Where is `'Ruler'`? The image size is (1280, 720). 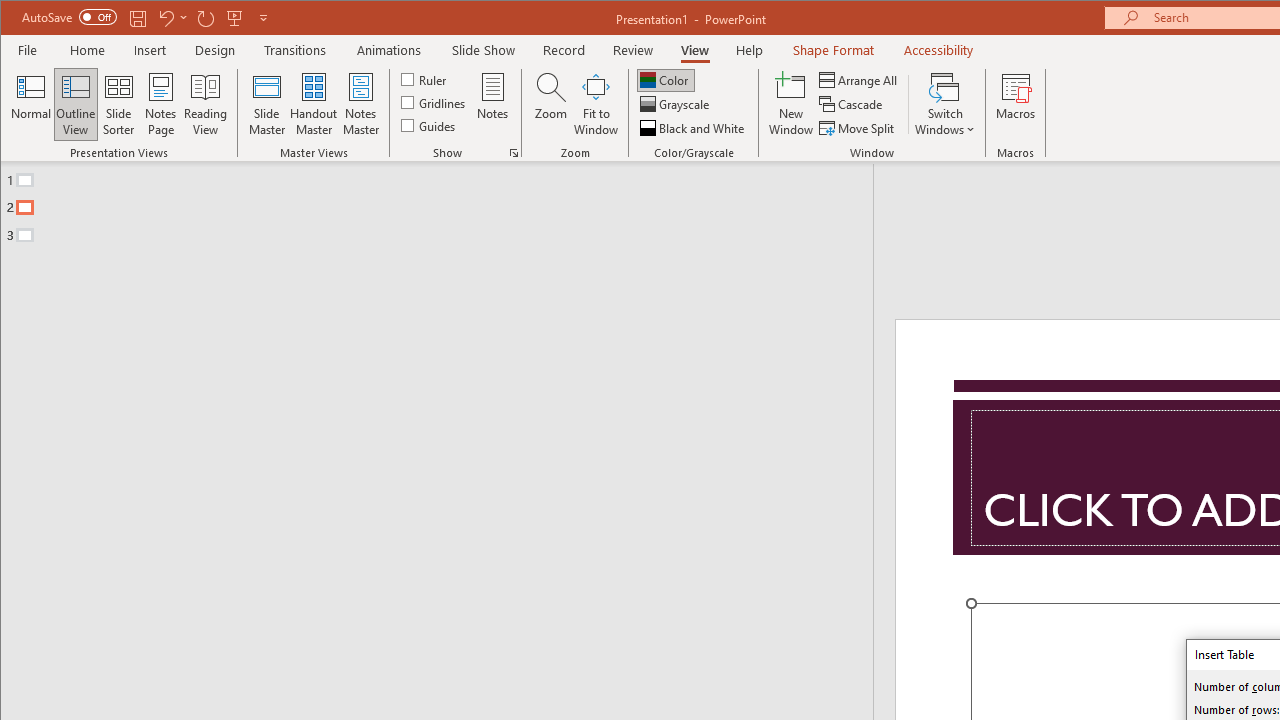 'Ruler' is located at coordinates (424, 78).